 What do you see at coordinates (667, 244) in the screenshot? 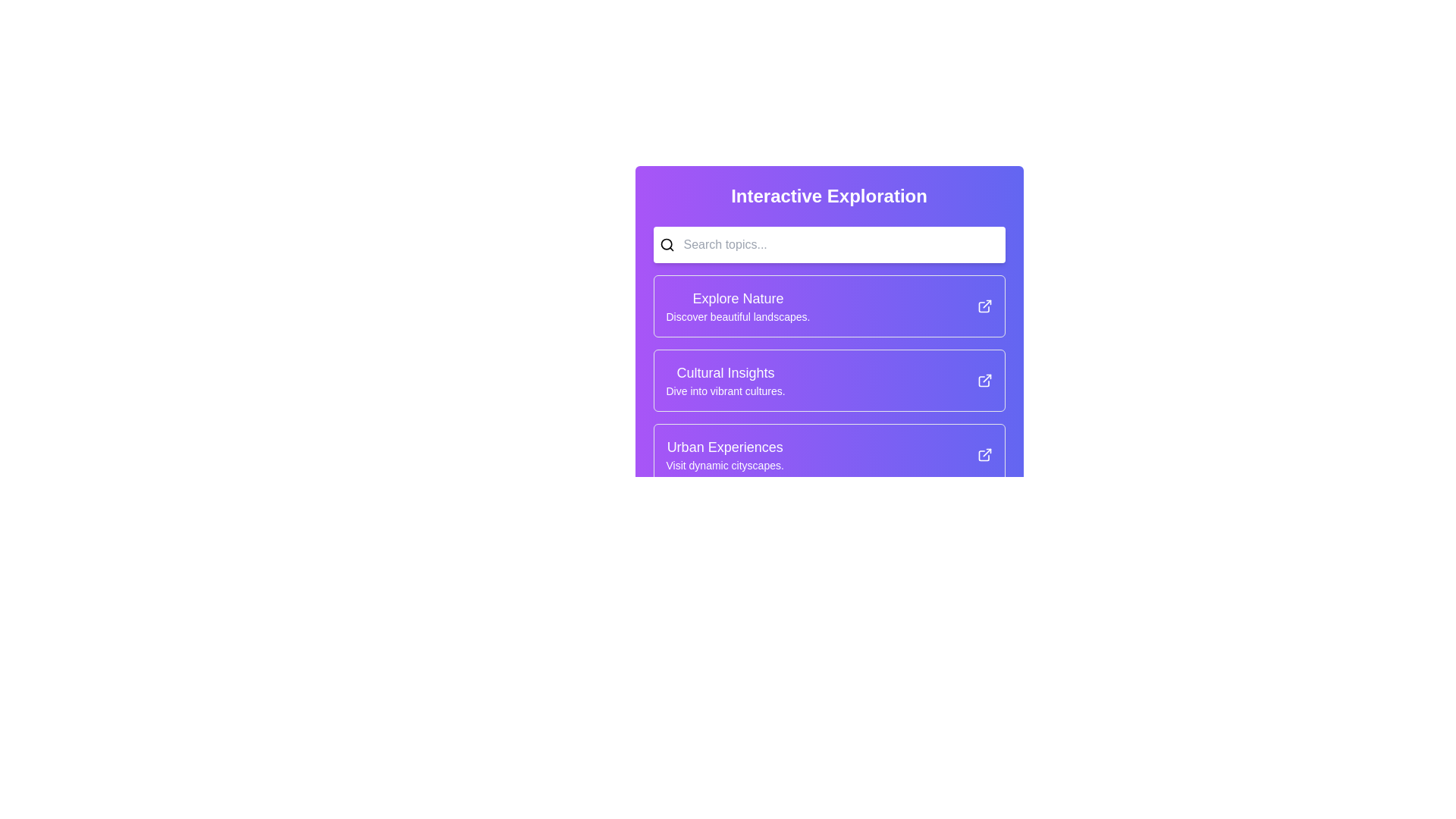
I see `the magnifying glass icon styled as an SVG element located at the top left of the search bar component, which is outlined with a circular shape and a handle extending from the bottom right` at bounding box center [667, 244].